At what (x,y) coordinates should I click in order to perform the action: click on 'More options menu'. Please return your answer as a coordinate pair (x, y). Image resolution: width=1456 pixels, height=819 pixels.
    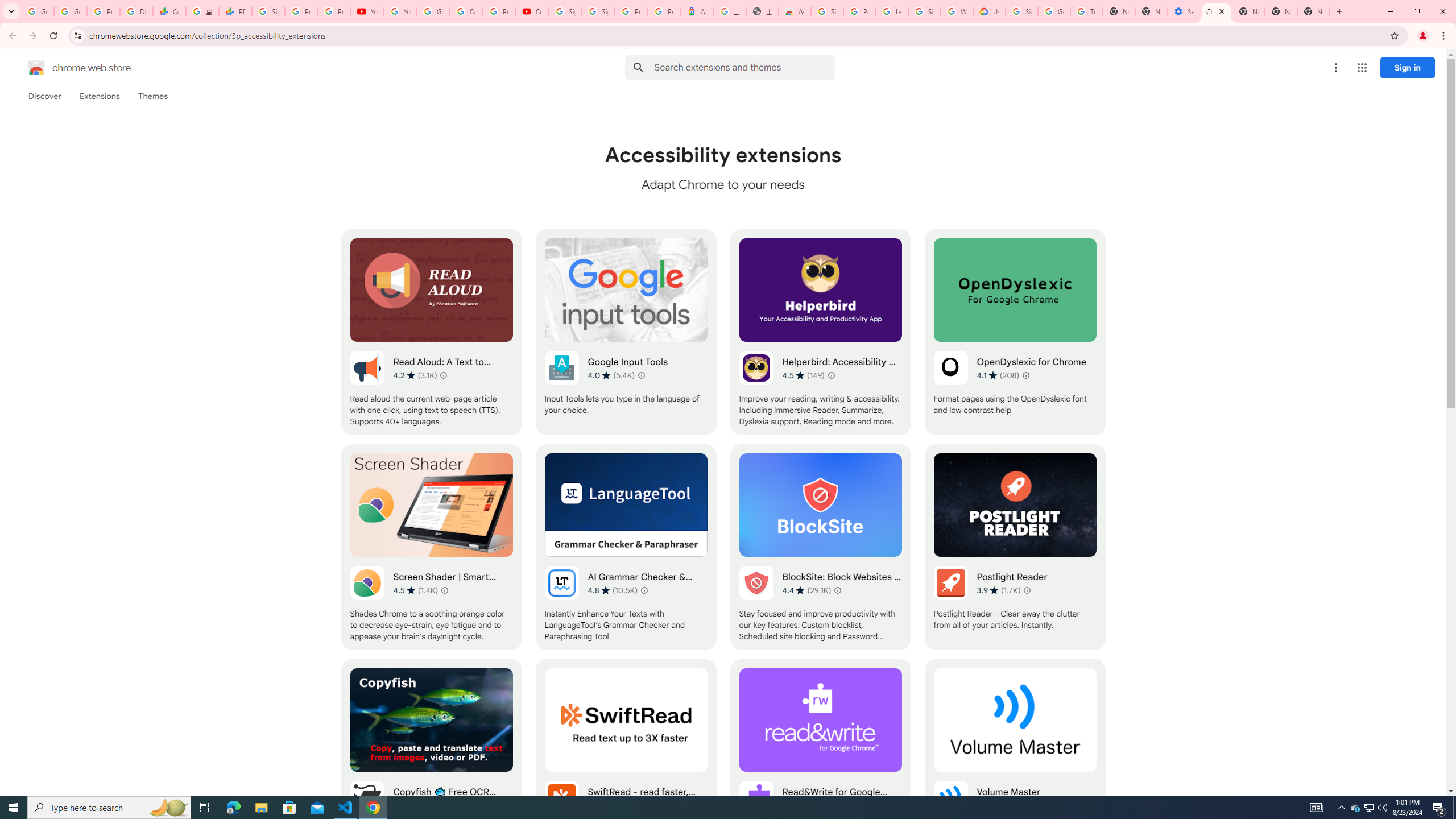
    Looking at the image, I should click on (1335, 67).